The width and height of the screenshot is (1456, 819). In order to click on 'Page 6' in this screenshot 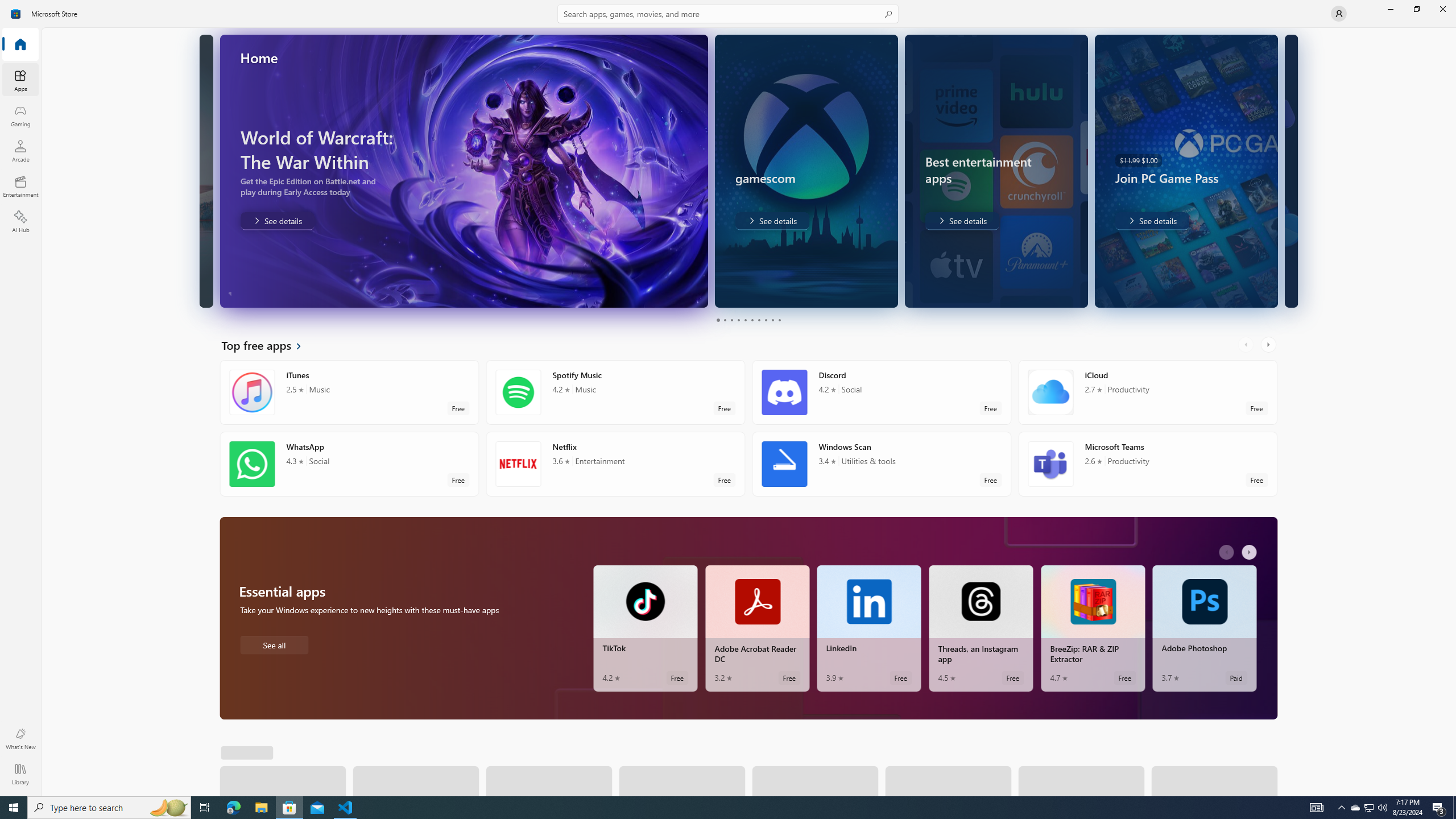, I will do `click(751, 320)`.